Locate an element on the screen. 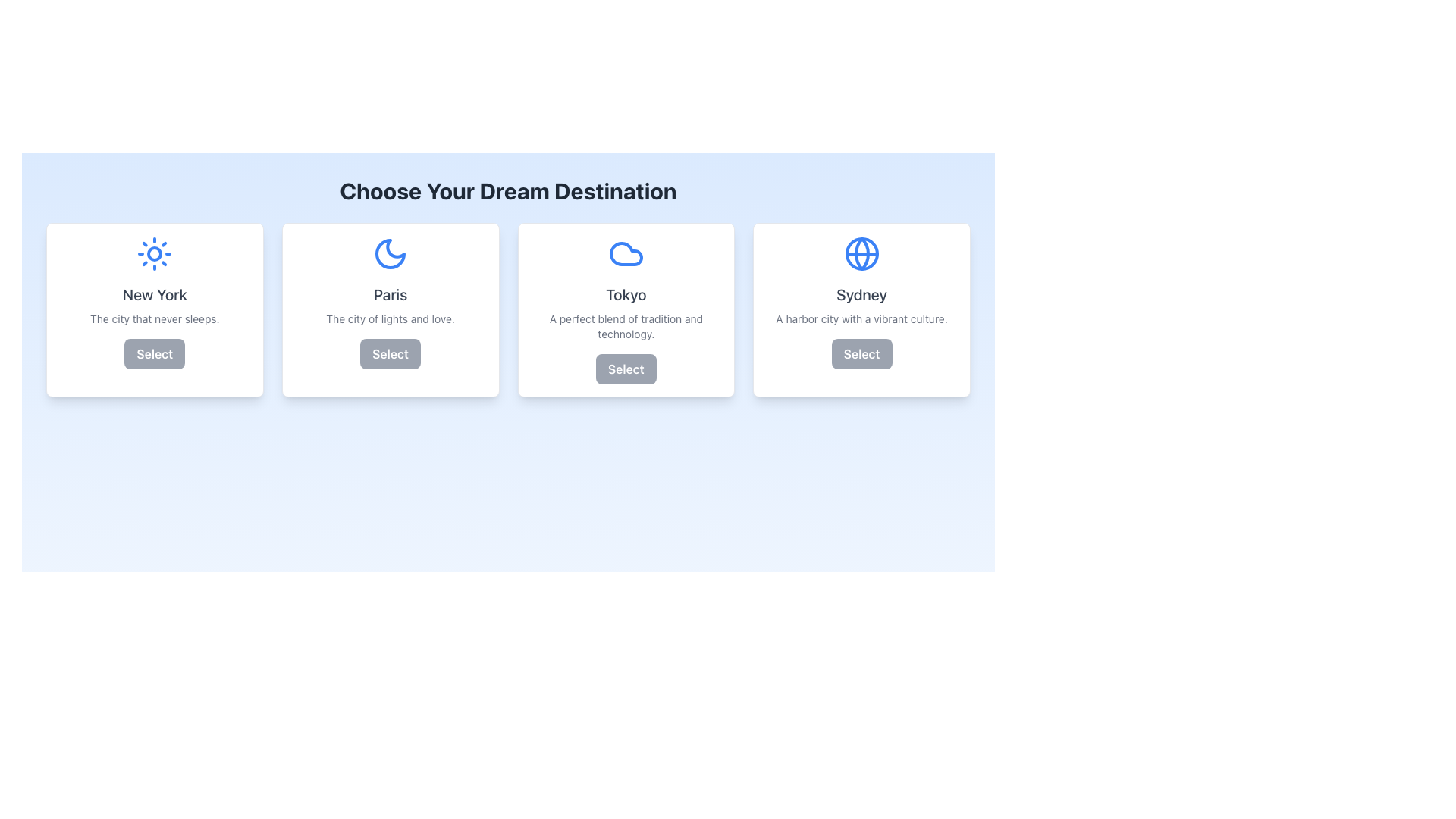 The image size is (1456, 819). the SVG graphic circle component that represents a globe in the 'Sydney' card, the rightmost card in the row of four under 'Choose Your Dream Destination' is located at coordinates (861, 253).